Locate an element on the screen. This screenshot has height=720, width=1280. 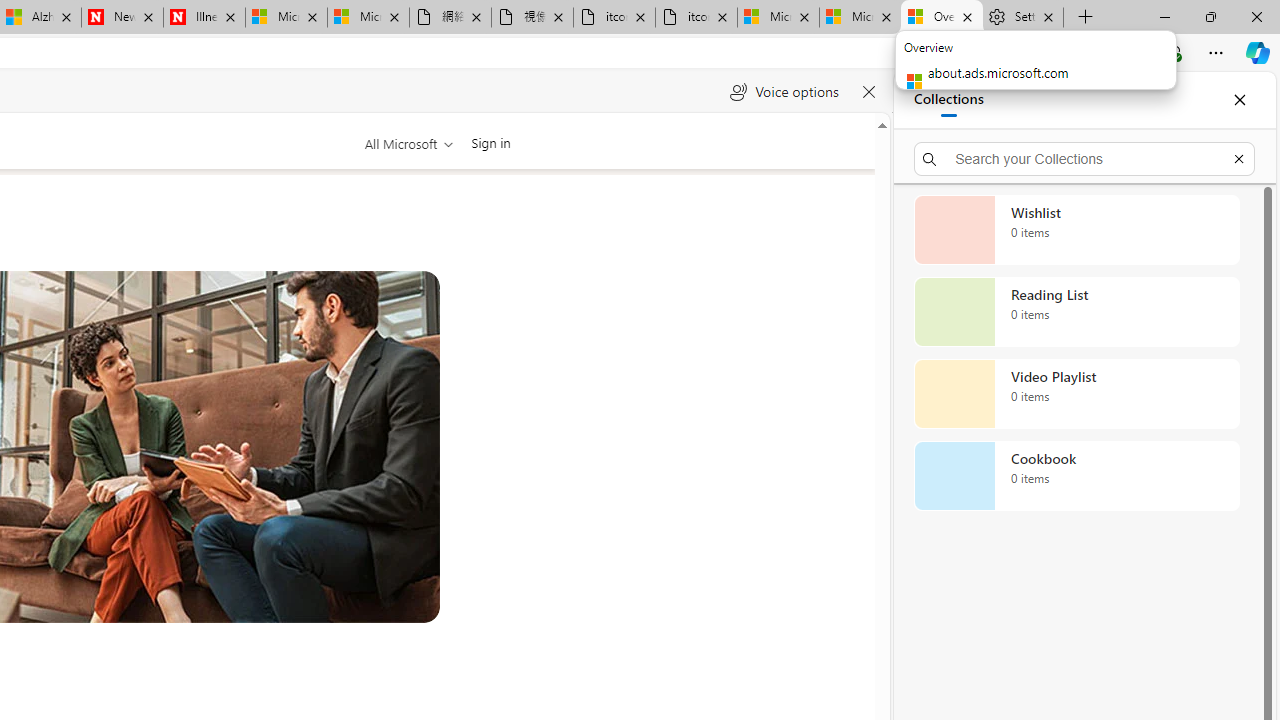
'Illness news & latest pictures from Newsweek.com' is located at coordinates (204, 17).